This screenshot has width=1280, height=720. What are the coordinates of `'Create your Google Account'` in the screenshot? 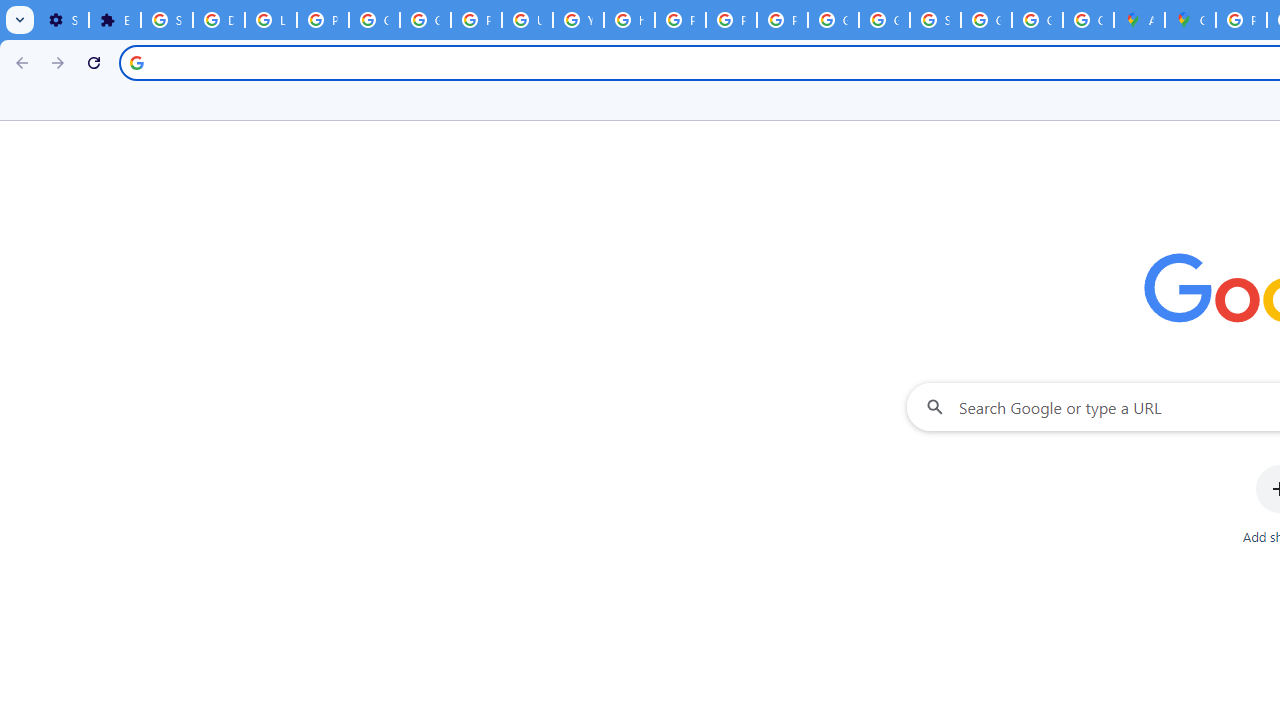 It's located at (1087, 20).